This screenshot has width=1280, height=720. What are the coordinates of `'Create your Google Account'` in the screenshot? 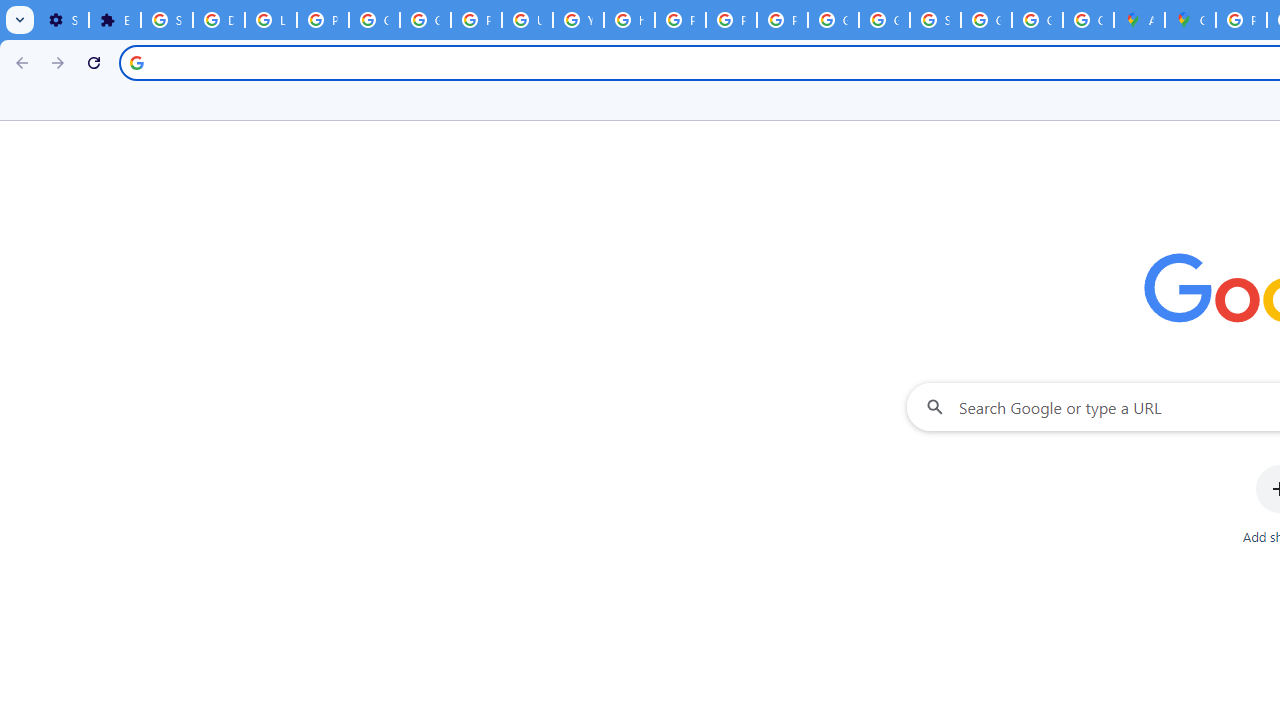 It's located at (1087, 20).